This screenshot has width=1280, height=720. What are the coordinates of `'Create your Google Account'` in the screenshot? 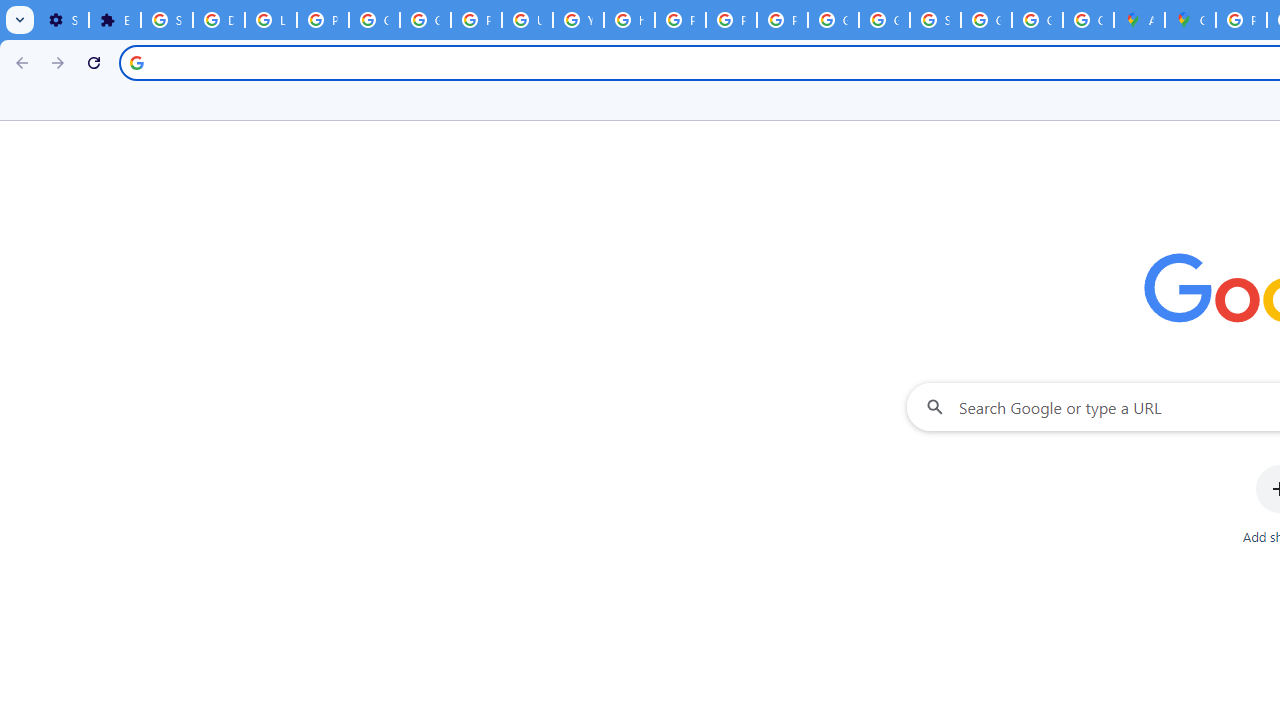 It's located at (1087, 20).